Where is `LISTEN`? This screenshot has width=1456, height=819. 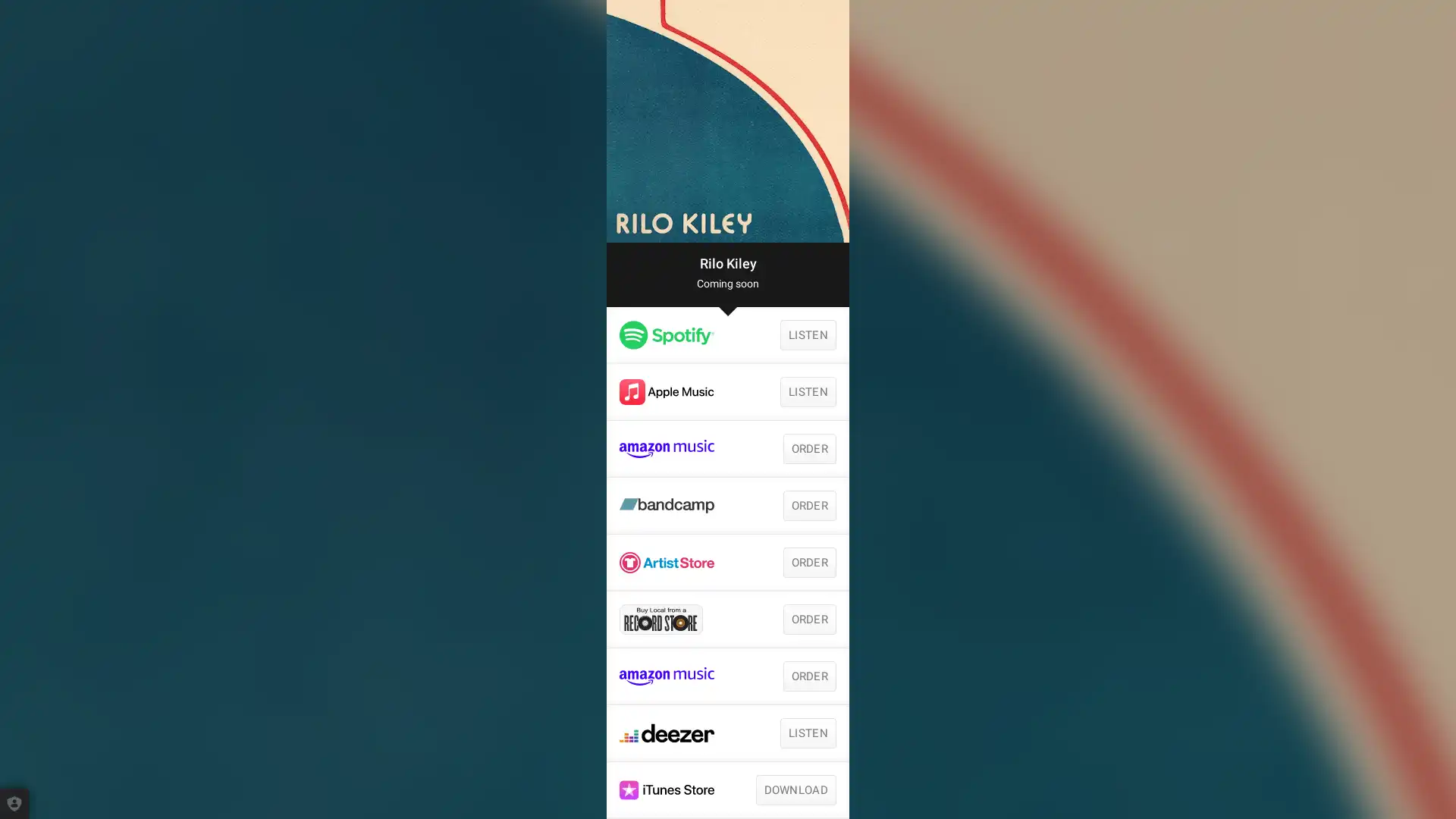 LISTEN is located at coordinates (807, 391).